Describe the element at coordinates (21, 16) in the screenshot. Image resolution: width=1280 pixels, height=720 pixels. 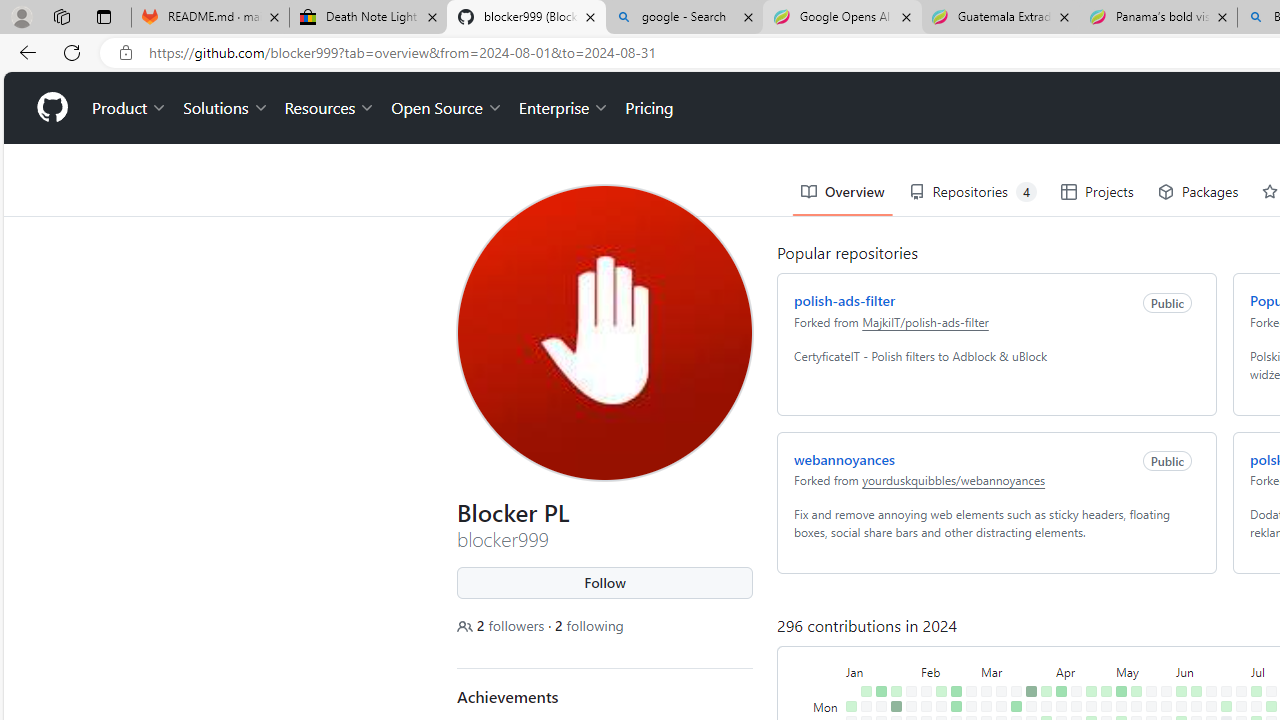
I see `'Personal Profile'` at that location.